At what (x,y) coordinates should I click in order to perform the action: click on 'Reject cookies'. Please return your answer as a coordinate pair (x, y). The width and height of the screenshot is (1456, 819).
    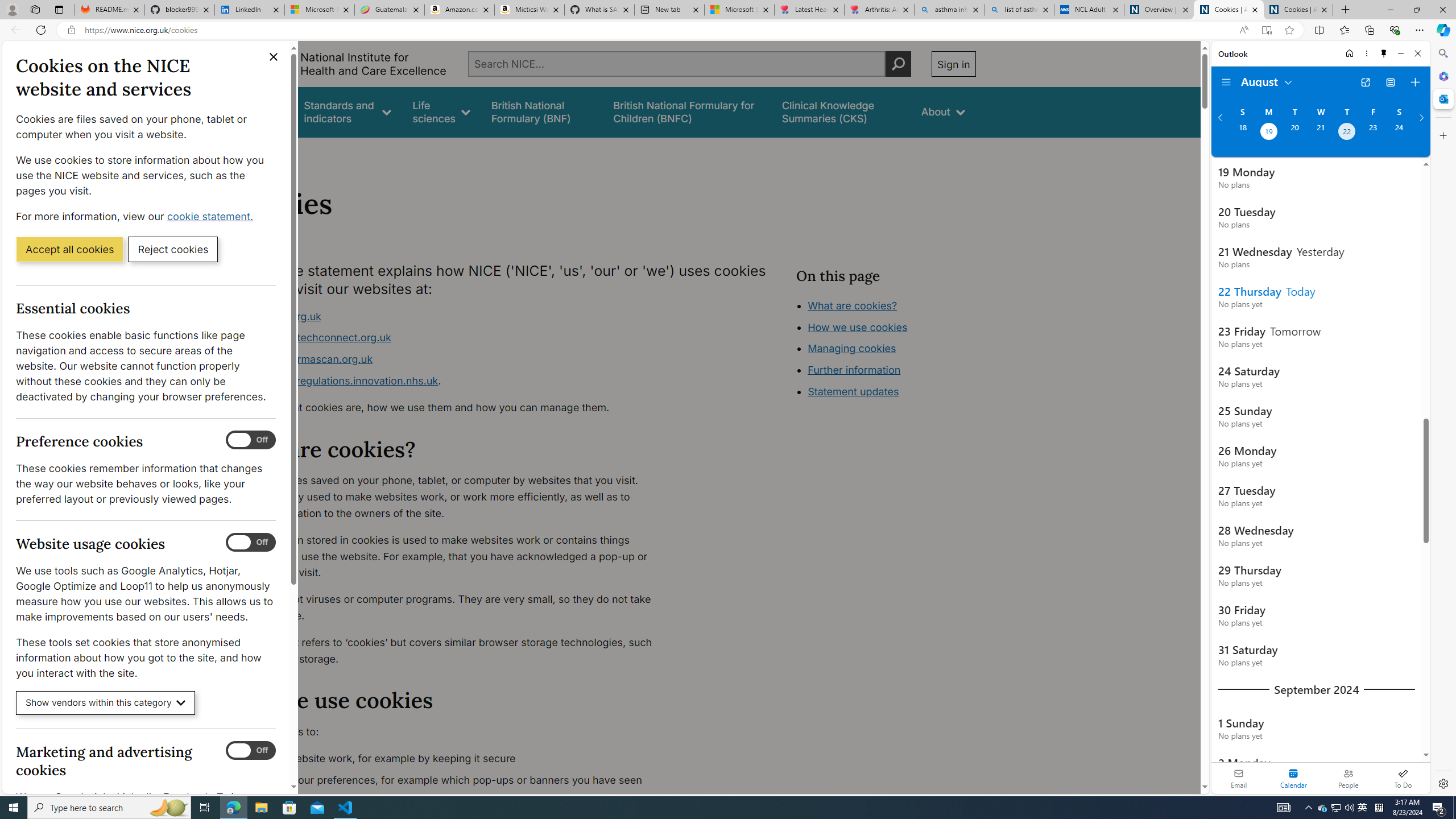
    Looking at the image, I should click on (172, 248).